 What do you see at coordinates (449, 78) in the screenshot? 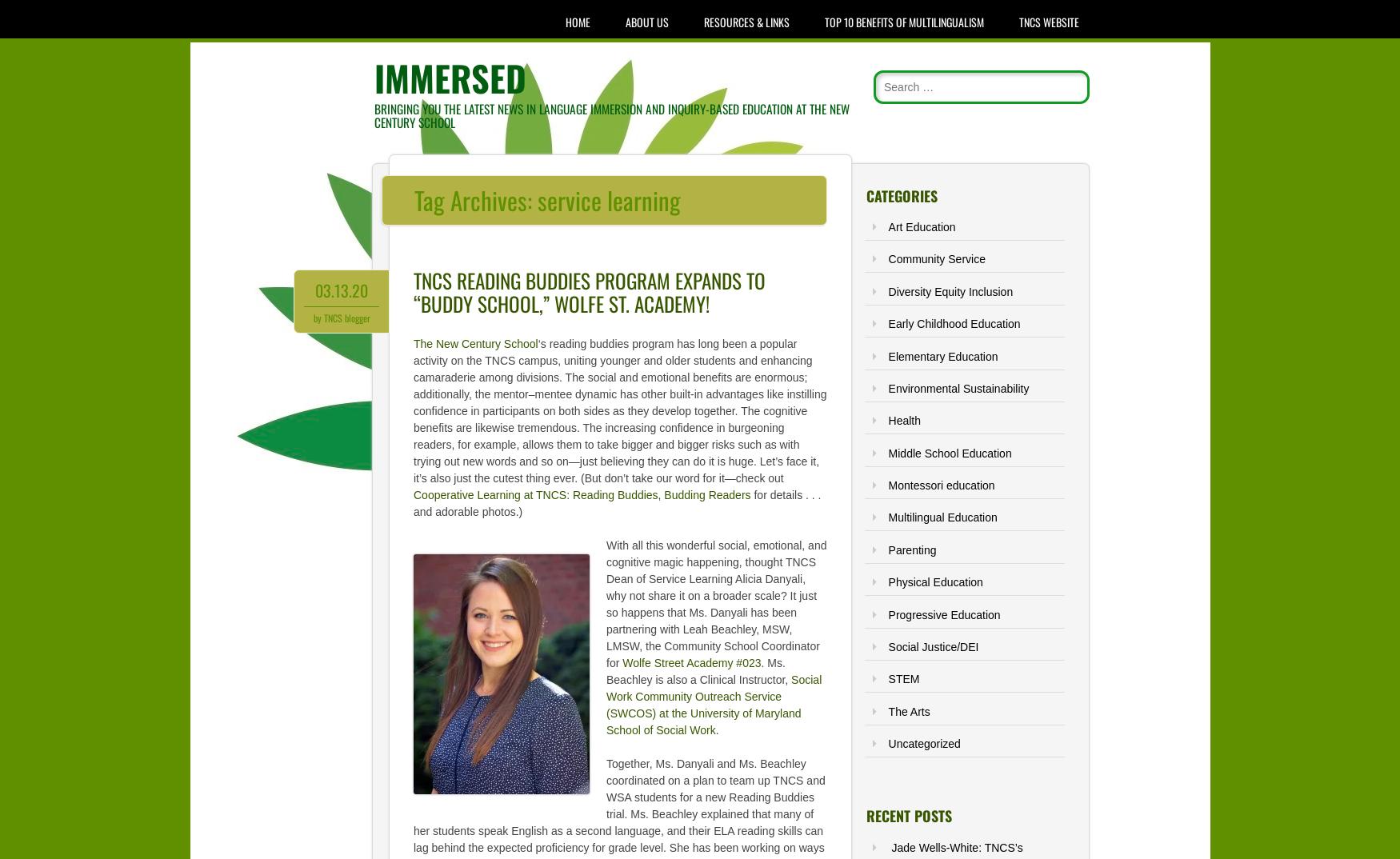
I see `'Immersed'` at bounding box center [449, 78].